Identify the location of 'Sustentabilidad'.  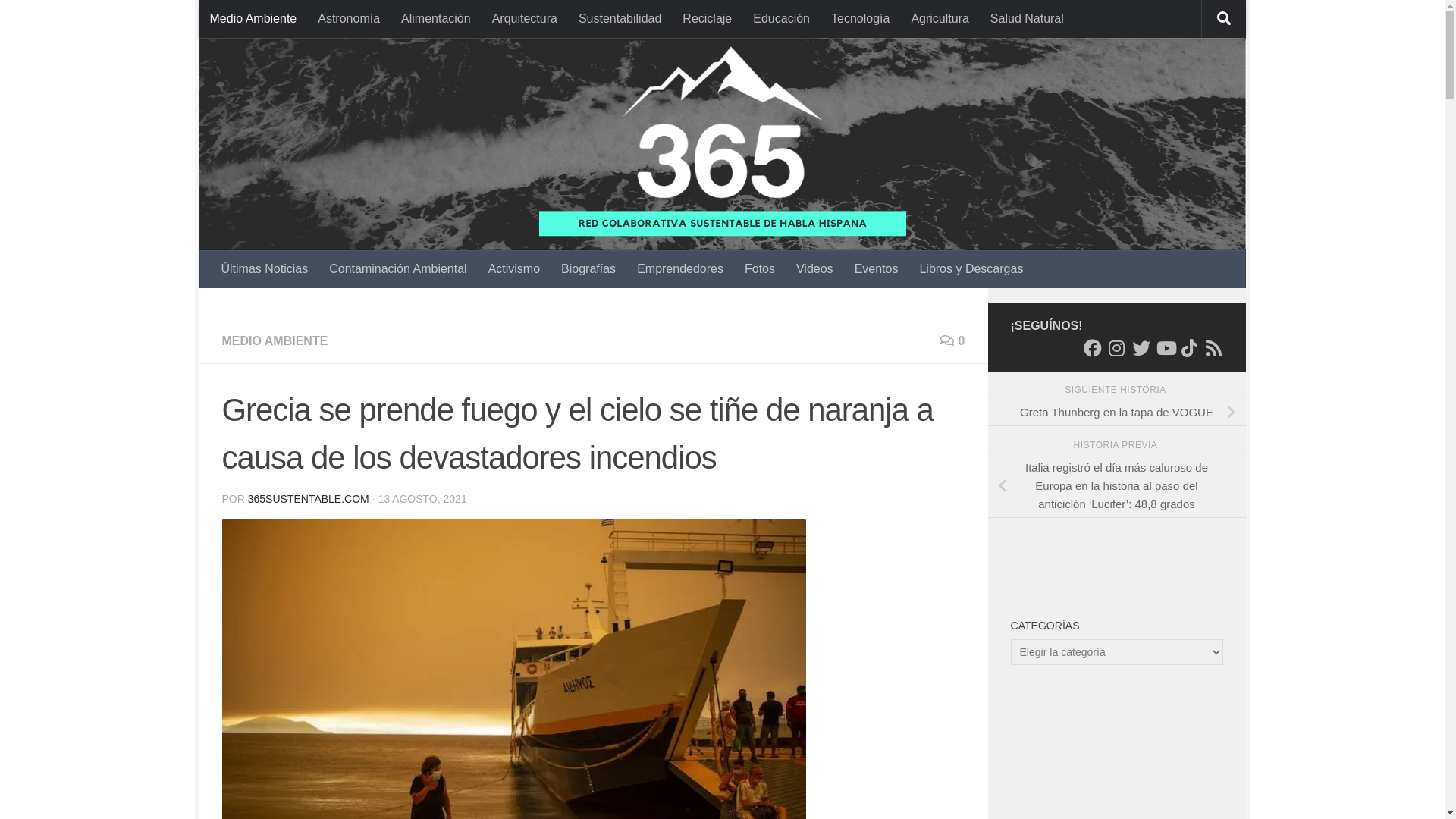
(620, 18).